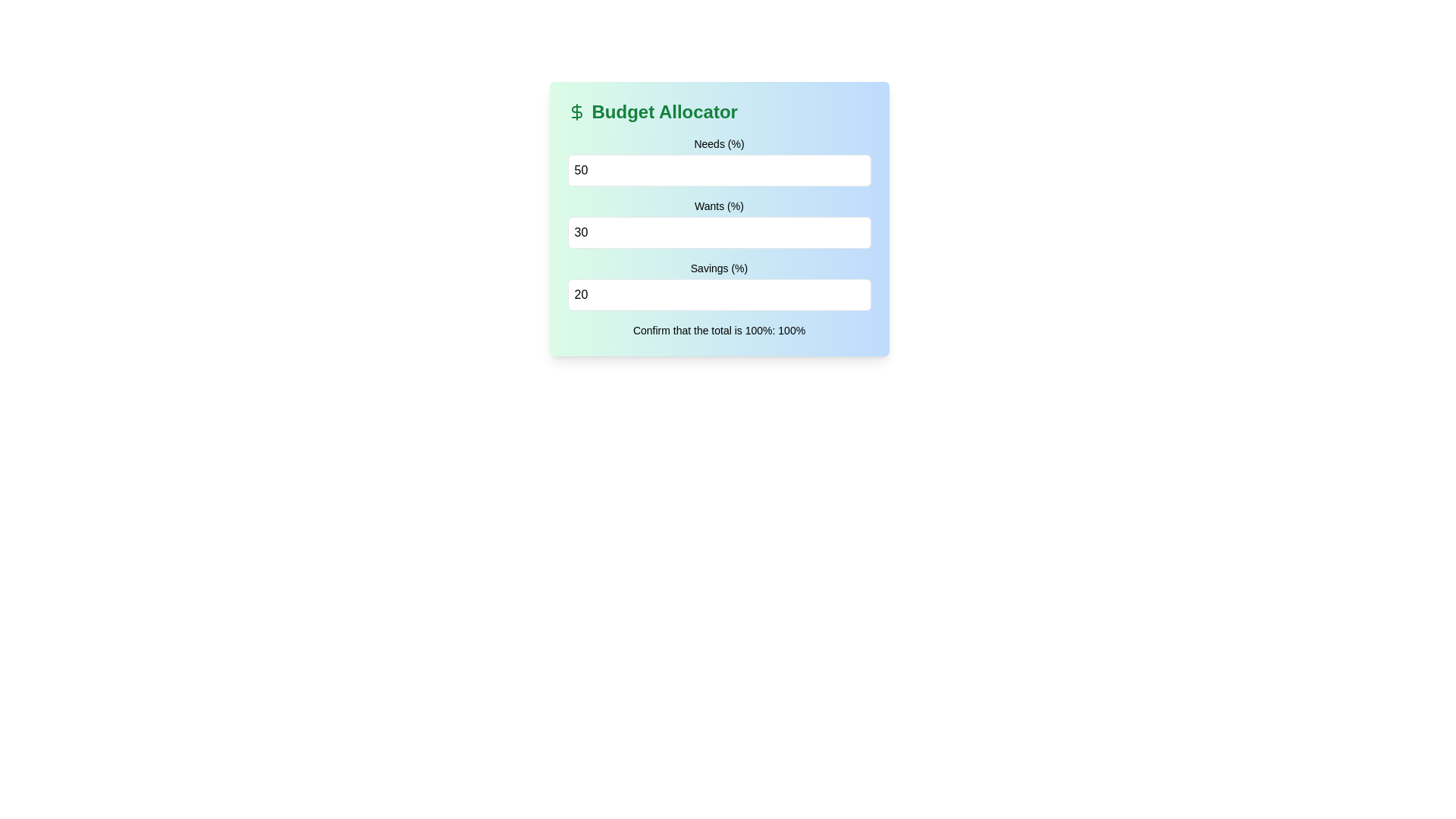 The height and width of the screenshot is (819, 1456). Describe the element at coordinates (576, 111) in the screenshot. I see `the lower curved segment of the dollar sign icon, which is part of an SVG graphic styled in green and located to the left of the text 'Budget Allocator'` at that location.